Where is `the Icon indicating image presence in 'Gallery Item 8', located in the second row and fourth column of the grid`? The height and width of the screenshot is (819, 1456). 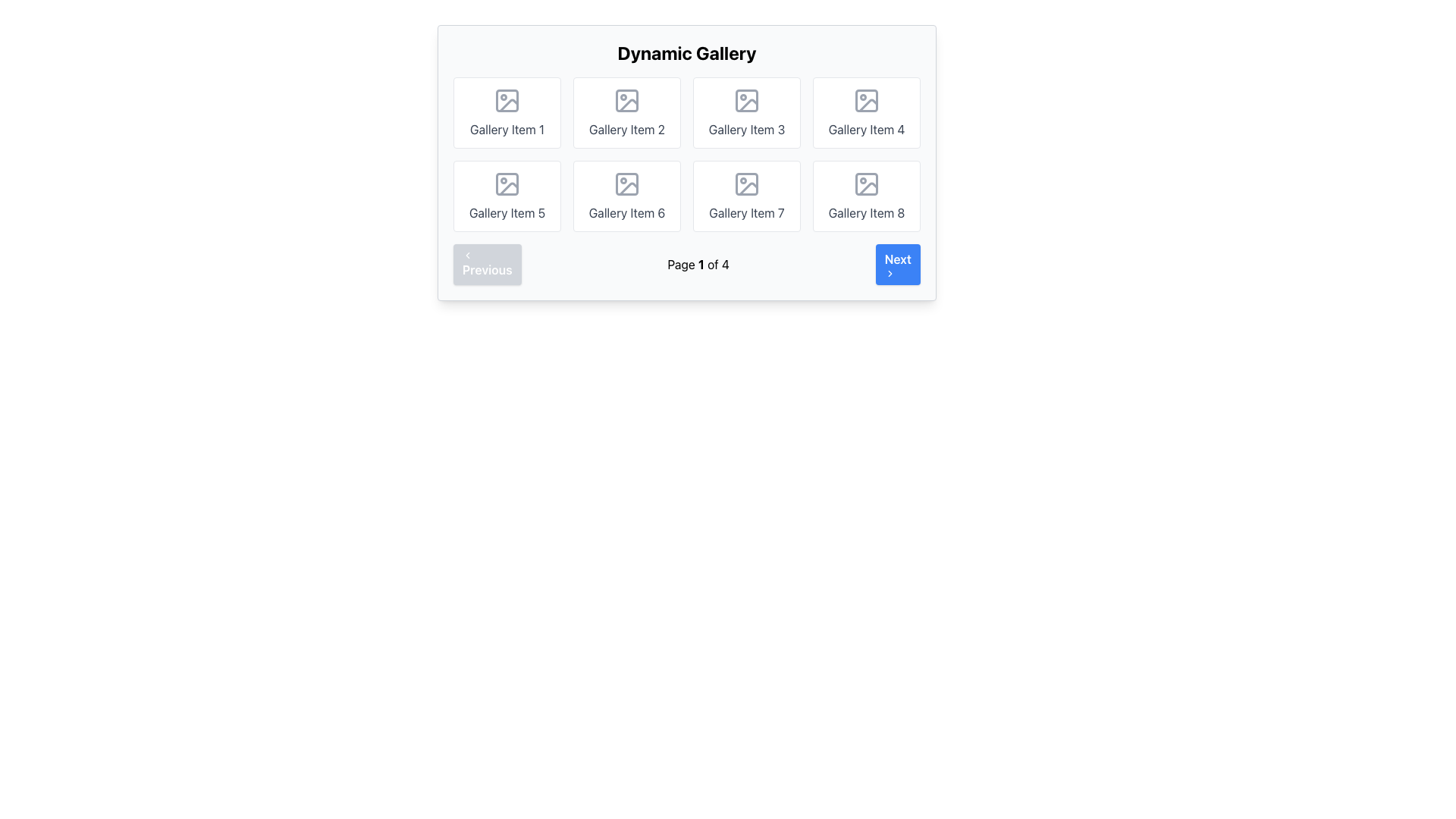 the Icon indicating image presence in 'Gallery Item 8', located in the second row and fourth column of the grid is located at coordinates (866, 184).